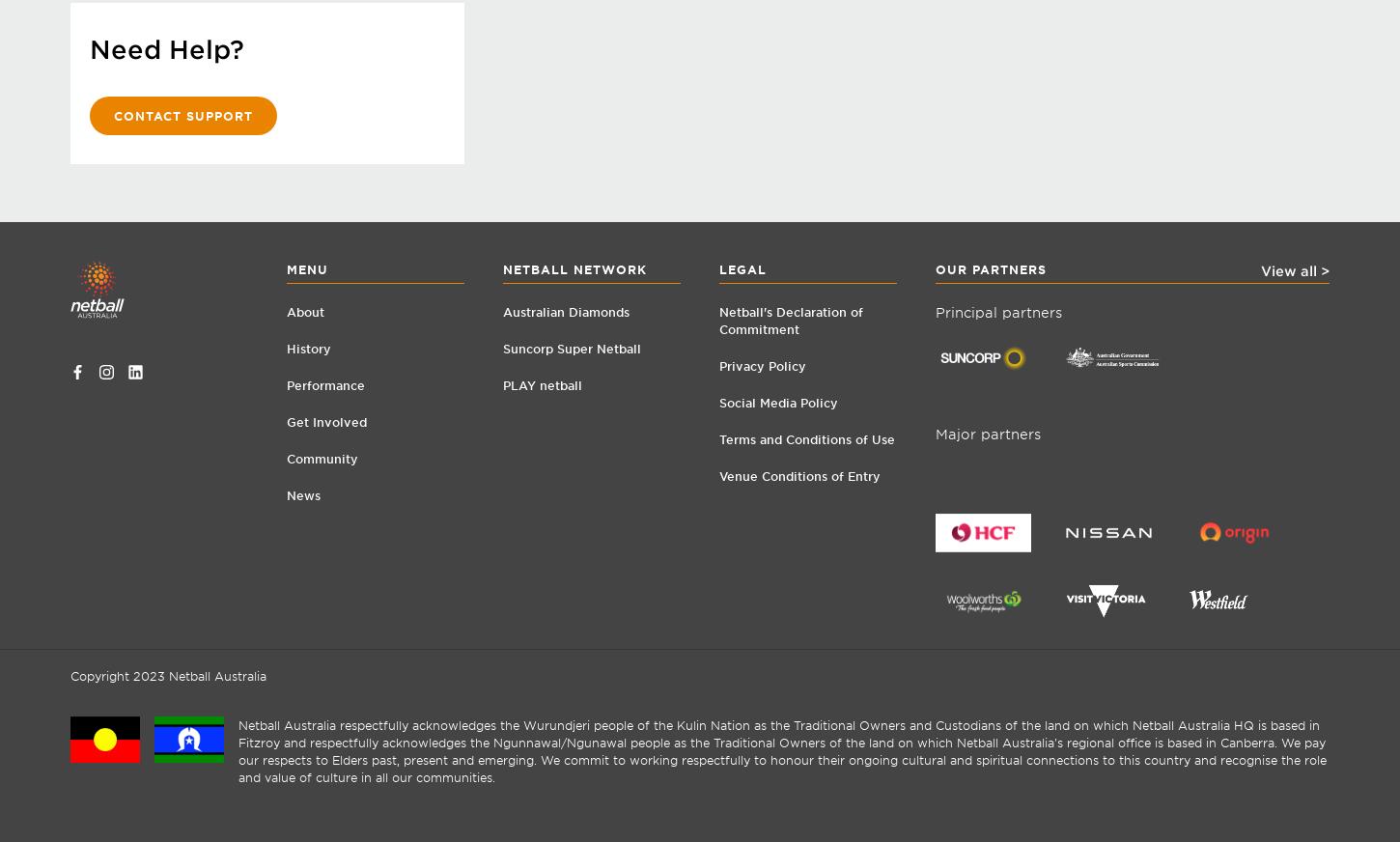 The width and height of the screenshot is (1400, 842). What do you see at coordinates (1260, 268) in the screenshot?
I see `'View all >'` at bounding box center [1260, 268].